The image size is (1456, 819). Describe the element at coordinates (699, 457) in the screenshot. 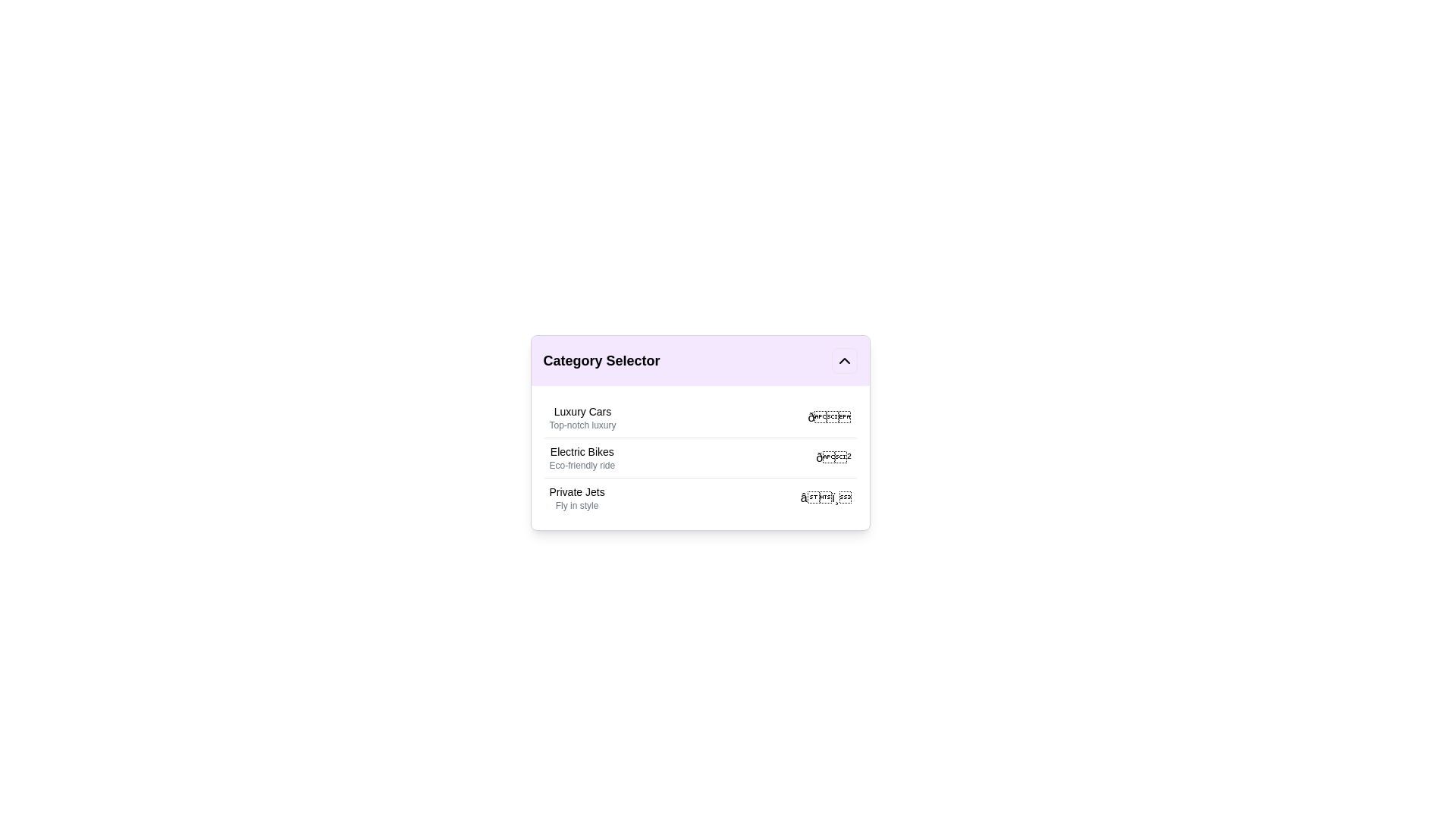

I see `the list item titled 'Electric Bikes' in the 'Category Selector'` at that location.